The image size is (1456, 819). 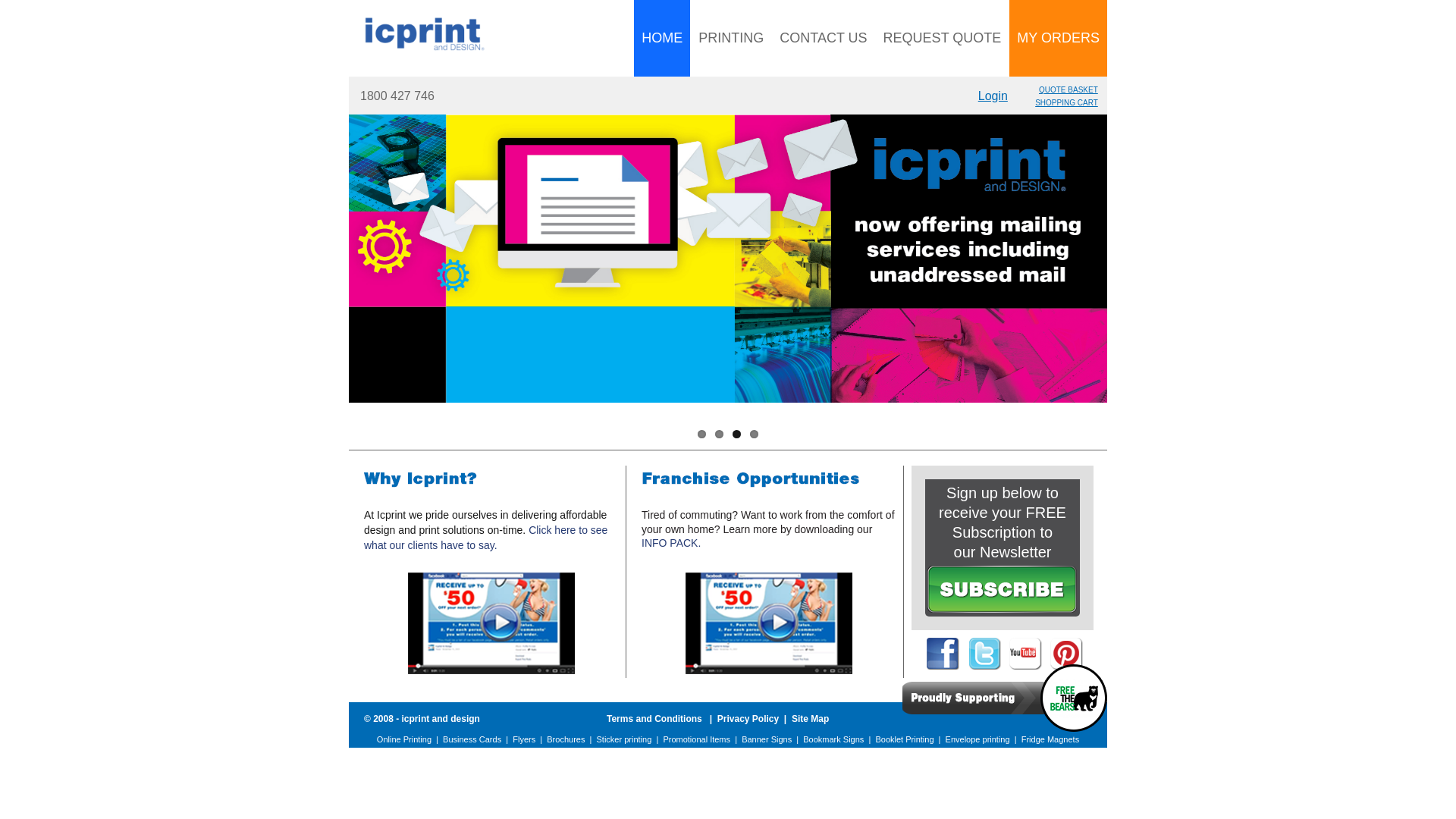 What do you see at coordinates (513, 739) in the screenshot?
I see `'Flyers'` at bounding box center [513, 739].